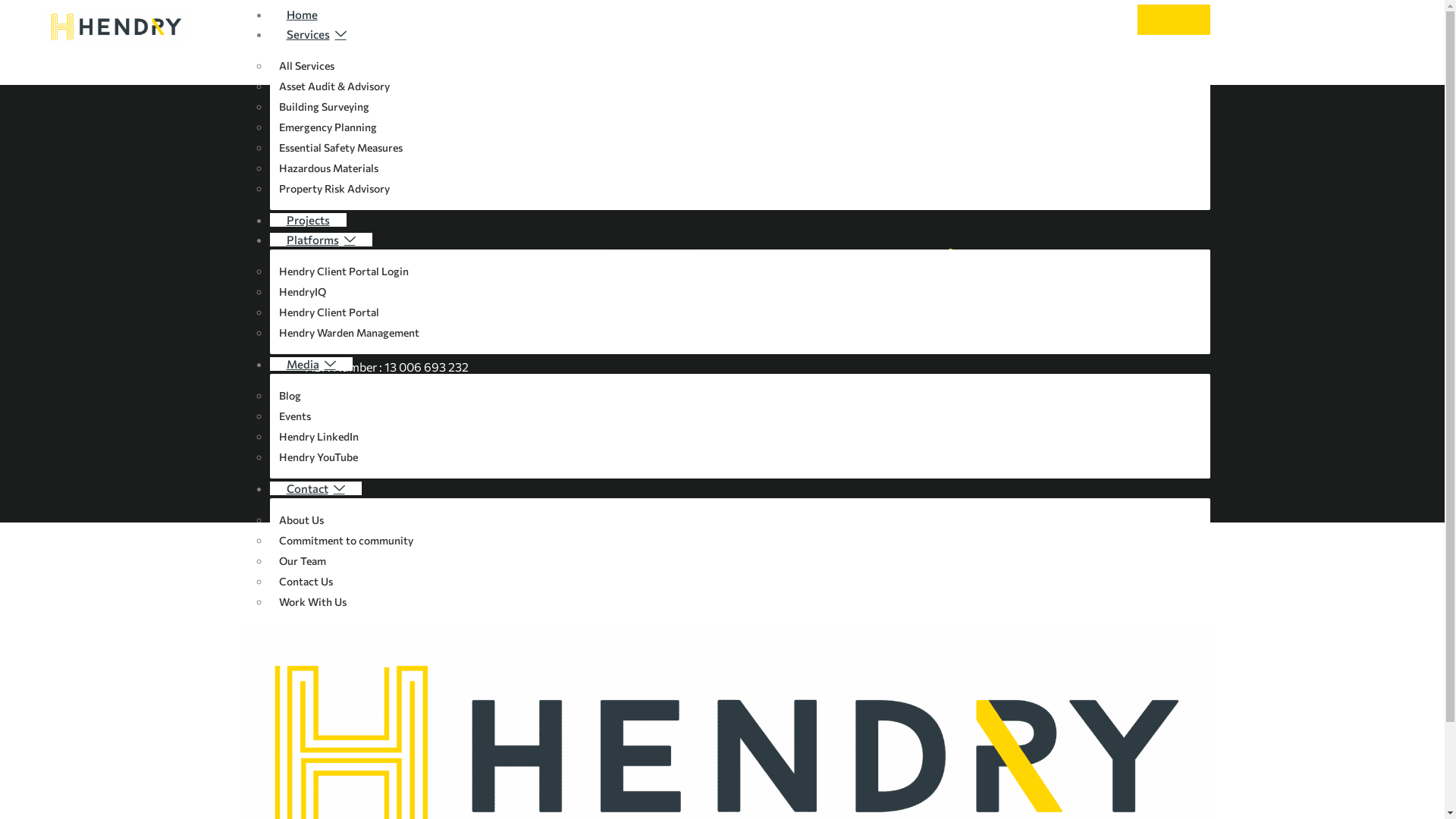  I want to click on 'Work With Us', so click(312, 601).